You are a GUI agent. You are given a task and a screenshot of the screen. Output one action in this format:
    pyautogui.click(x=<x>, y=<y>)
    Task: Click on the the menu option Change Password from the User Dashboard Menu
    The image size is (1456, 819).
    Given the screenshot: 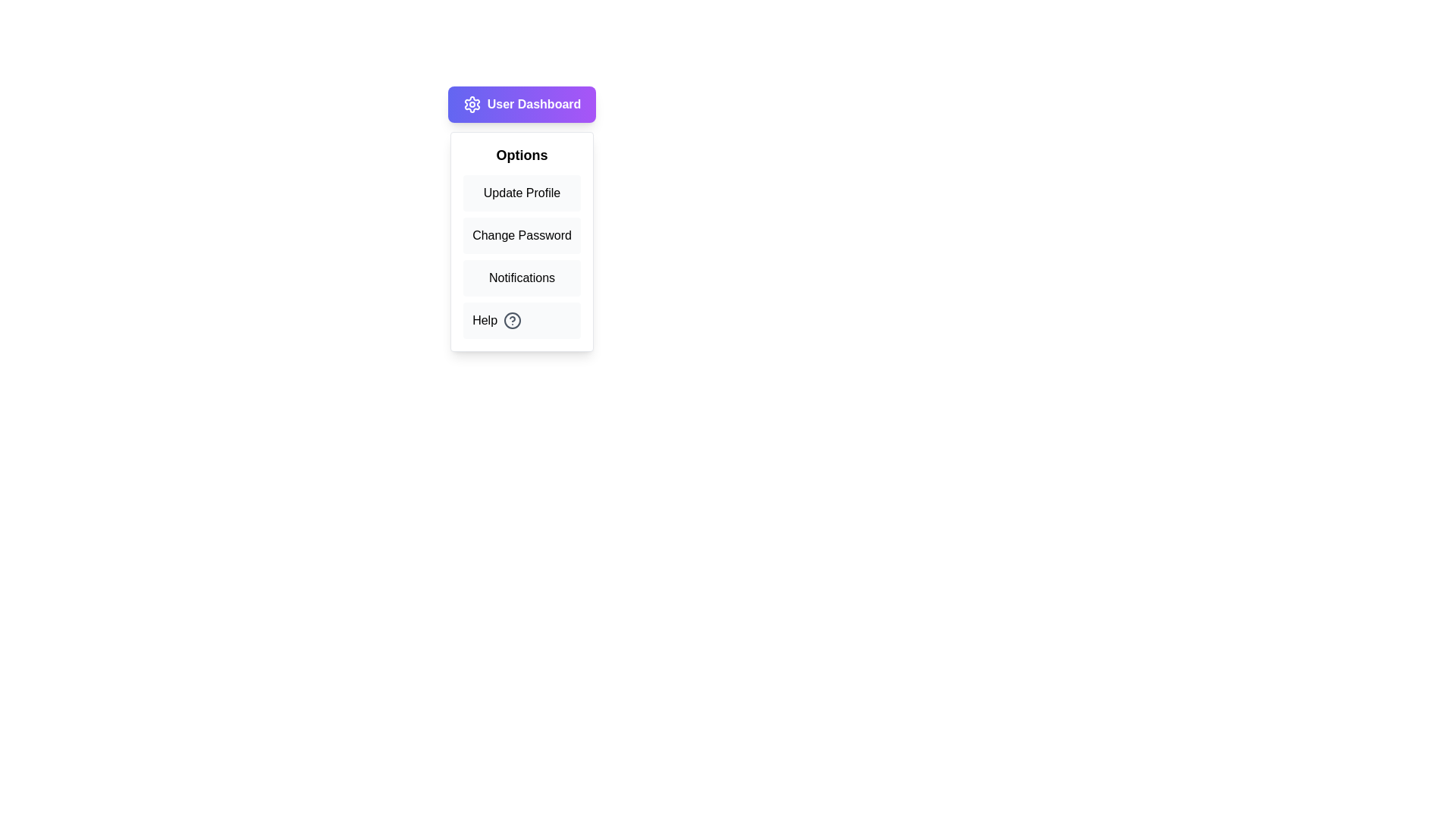 What is the action you would take?
    pyautogui.click(x=522, y=236)
    